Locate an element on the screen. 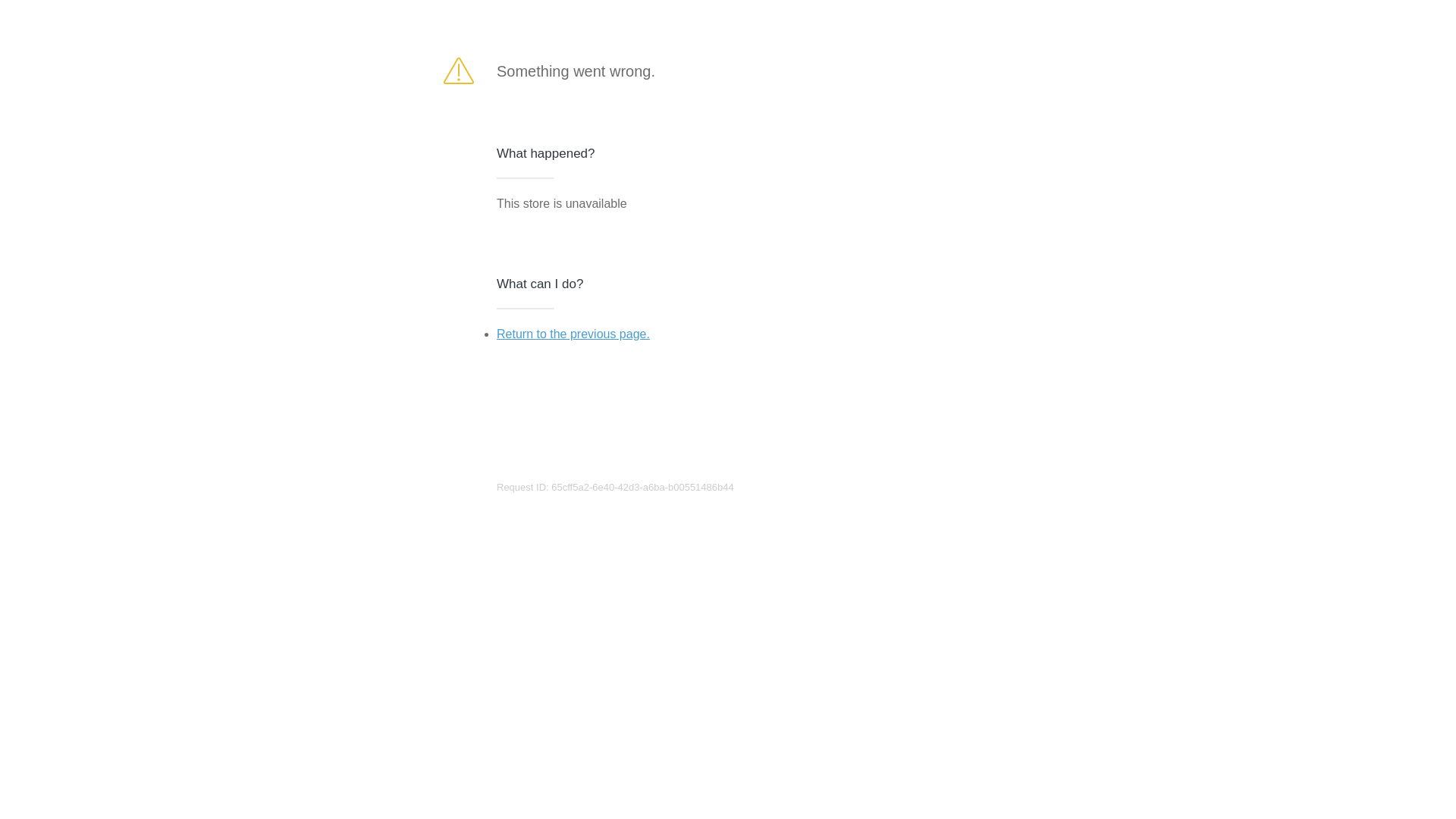 Image resolution: width=1456 pixels, height=819 pixels. 'Return to the previous page.' is located at coordinates (496, 333).